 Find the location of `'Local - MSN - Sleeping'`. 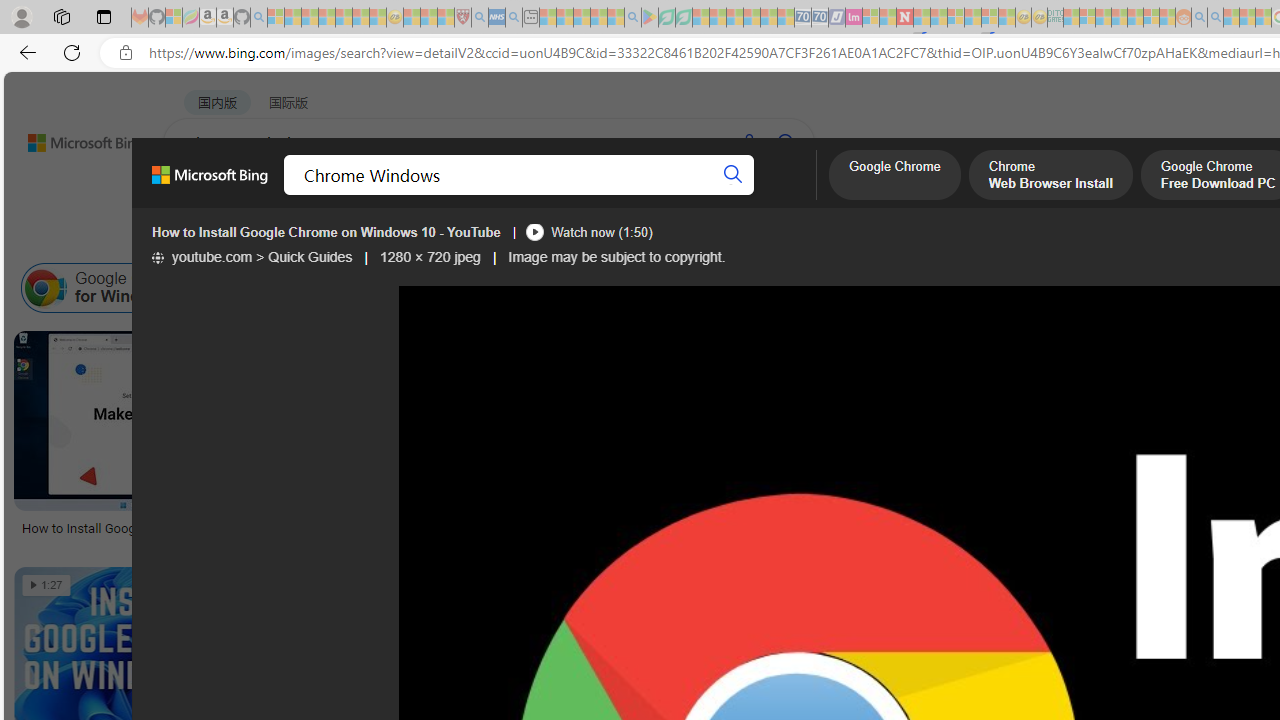

'Local - MSN - Sleeping' is located at coordinates (445, 17).